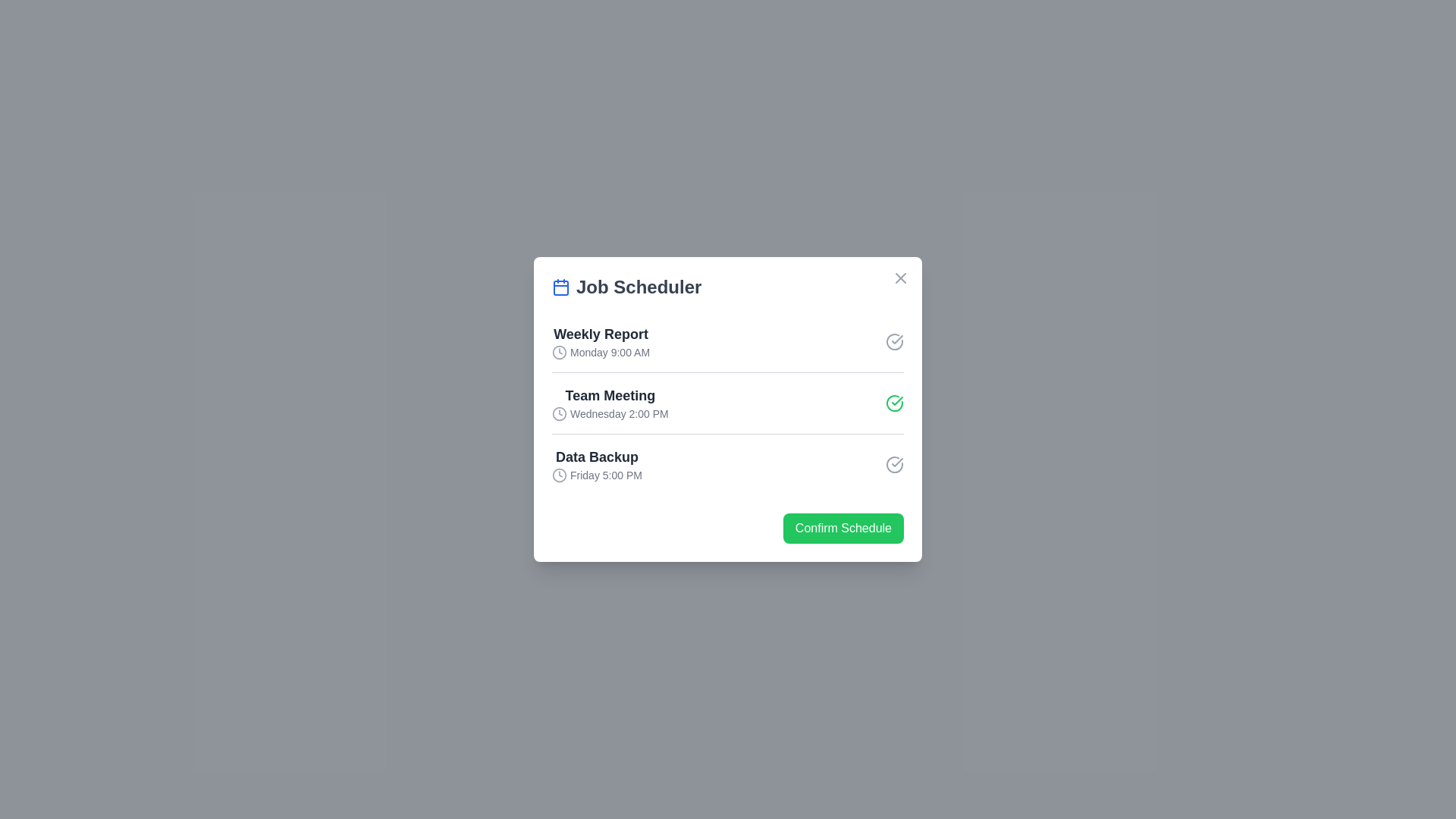  I want to click on 'Confirm Schedule' button to confirm the schedule, so click(843, 528).